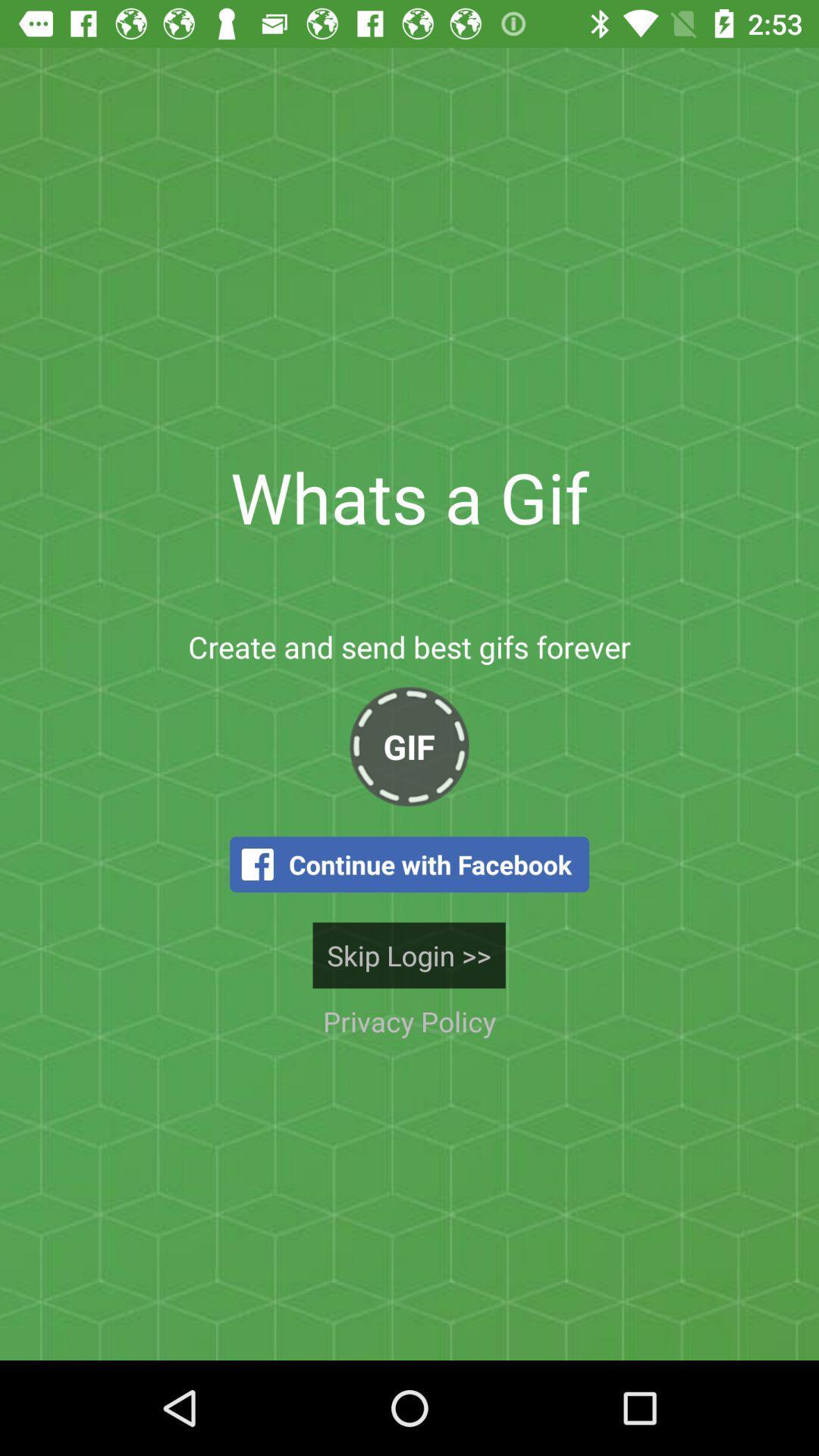  Describe the element at coordinates (409, 1021) in the screenshot. I see `icon below skip login >> item` at that location.